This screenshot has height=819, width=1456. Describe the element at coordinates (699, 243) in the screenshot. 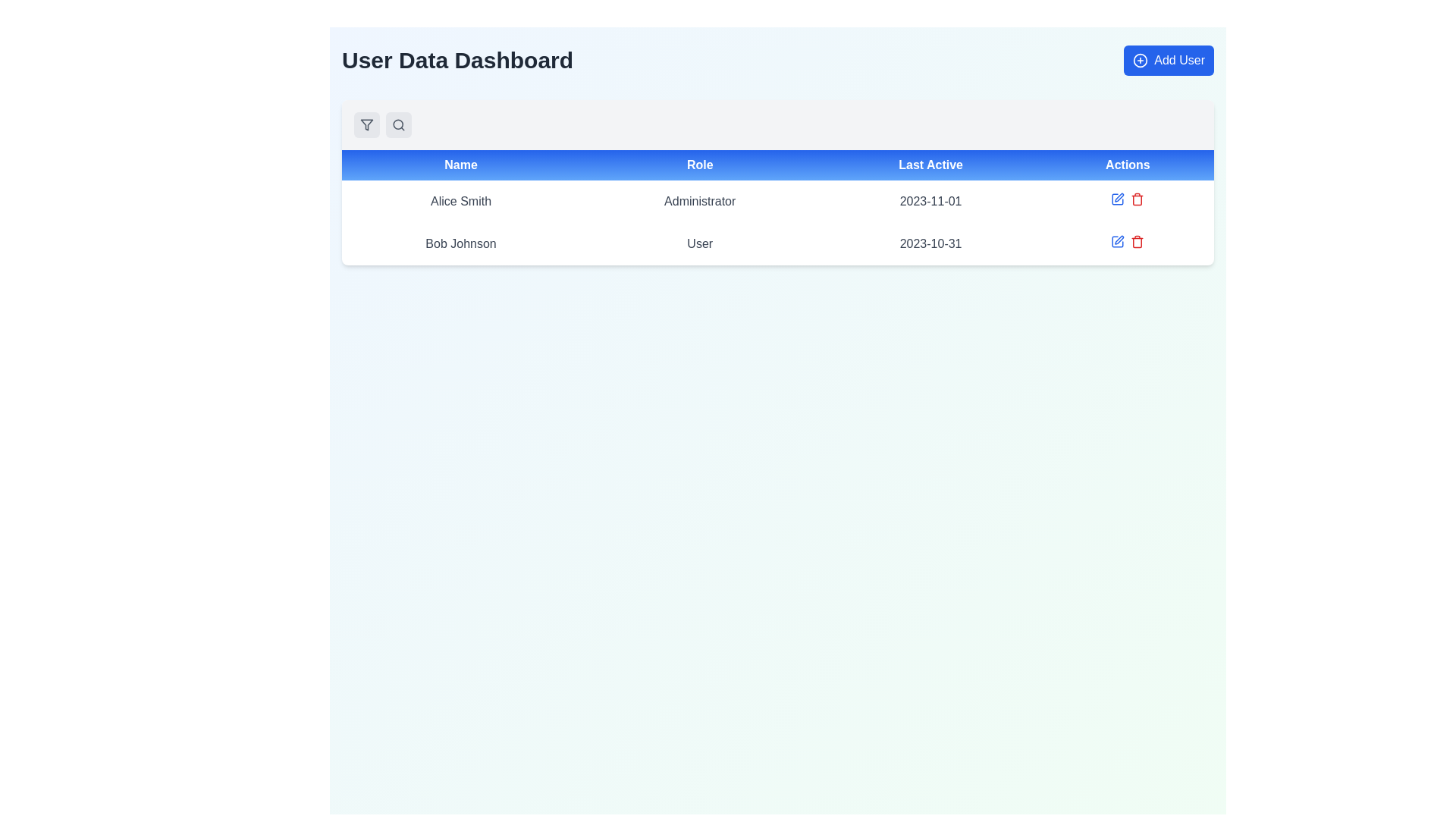

I see `the 'User' text label in the center column of the data table, which categorizes the user role and is positioned between 'Bob Johnson' and '2023-10-31'` at that location.